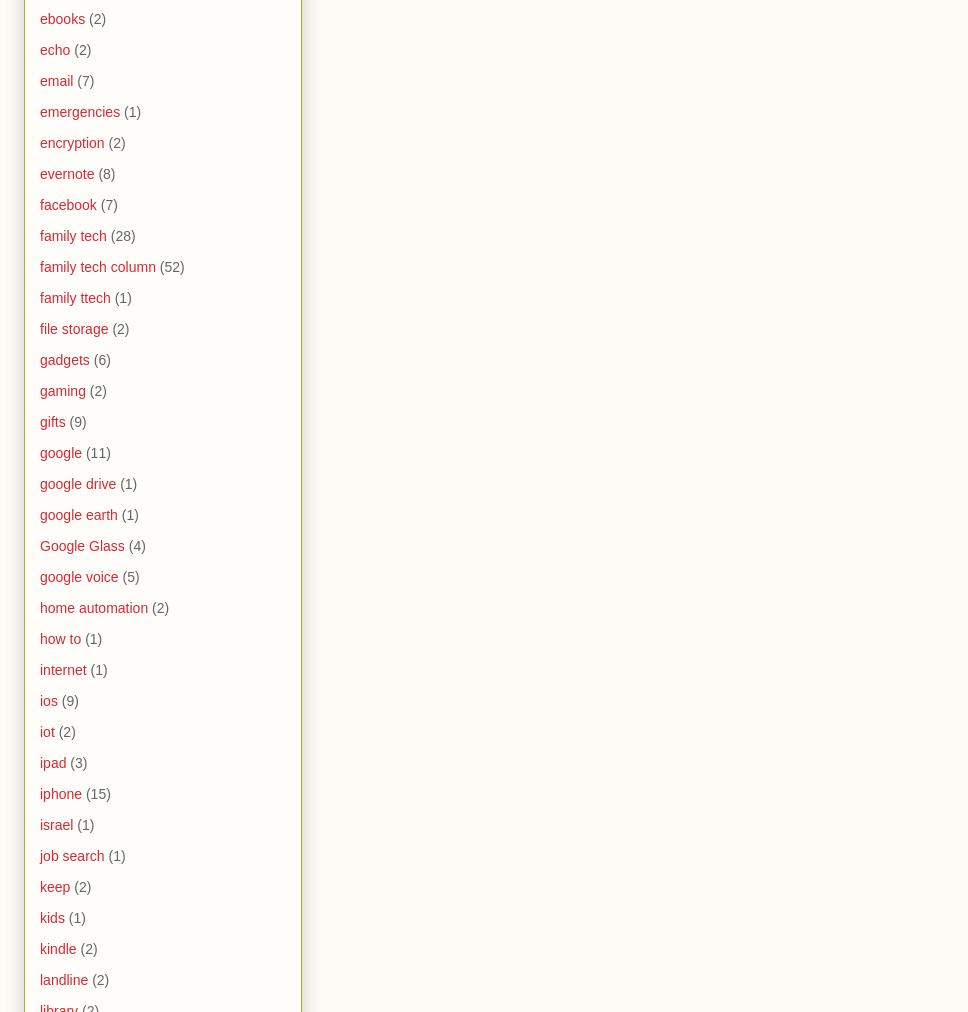 The height and width of the screenshot is (1012, 968). What do you see at coordinates (39, 514) in the screenshot?
I see `'google earth'` at bounding box center [39, 514].